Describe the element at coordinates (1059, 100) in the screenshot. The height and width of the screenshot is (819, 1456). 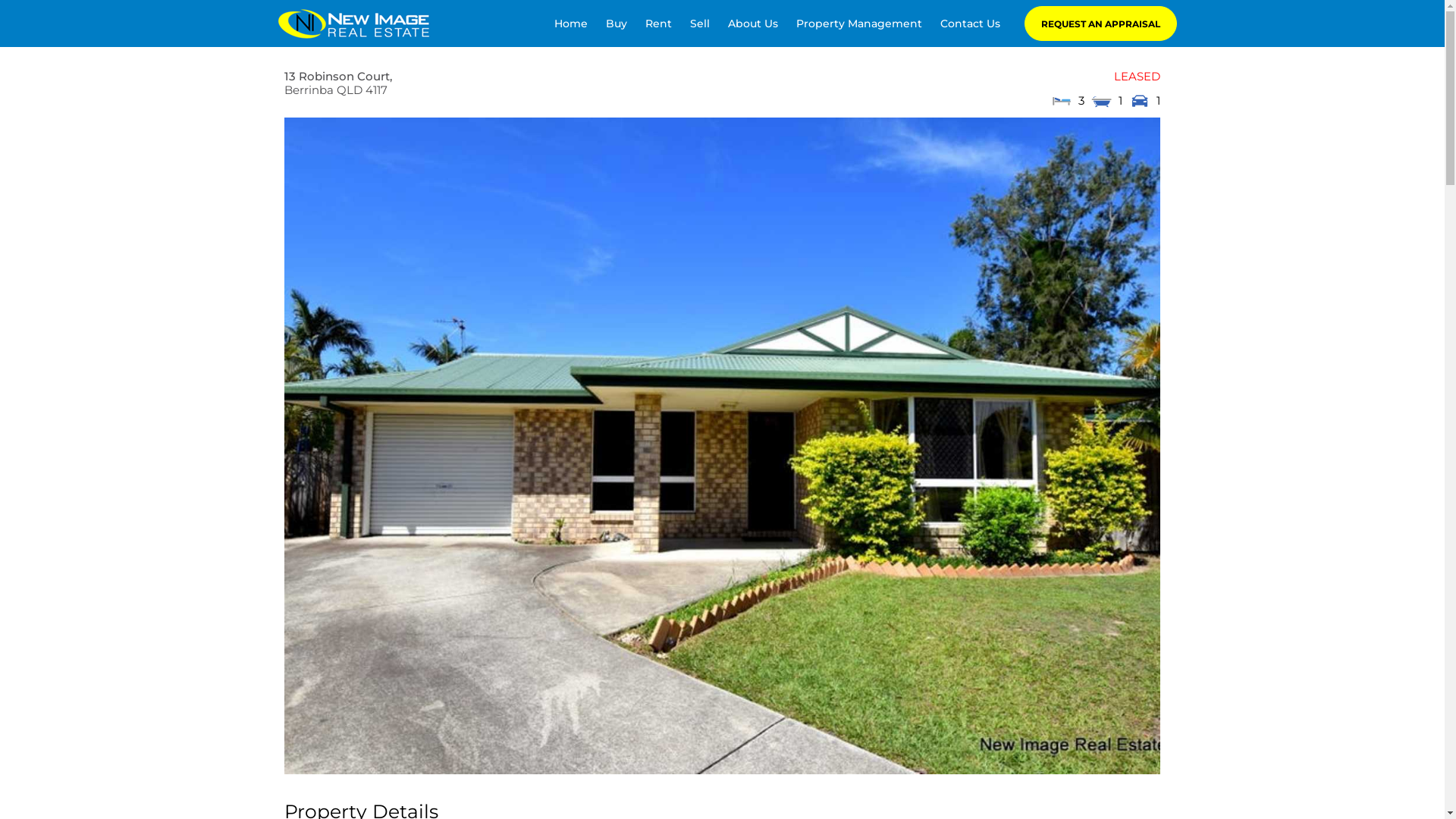
I see `'Bedrooms'` at that location.